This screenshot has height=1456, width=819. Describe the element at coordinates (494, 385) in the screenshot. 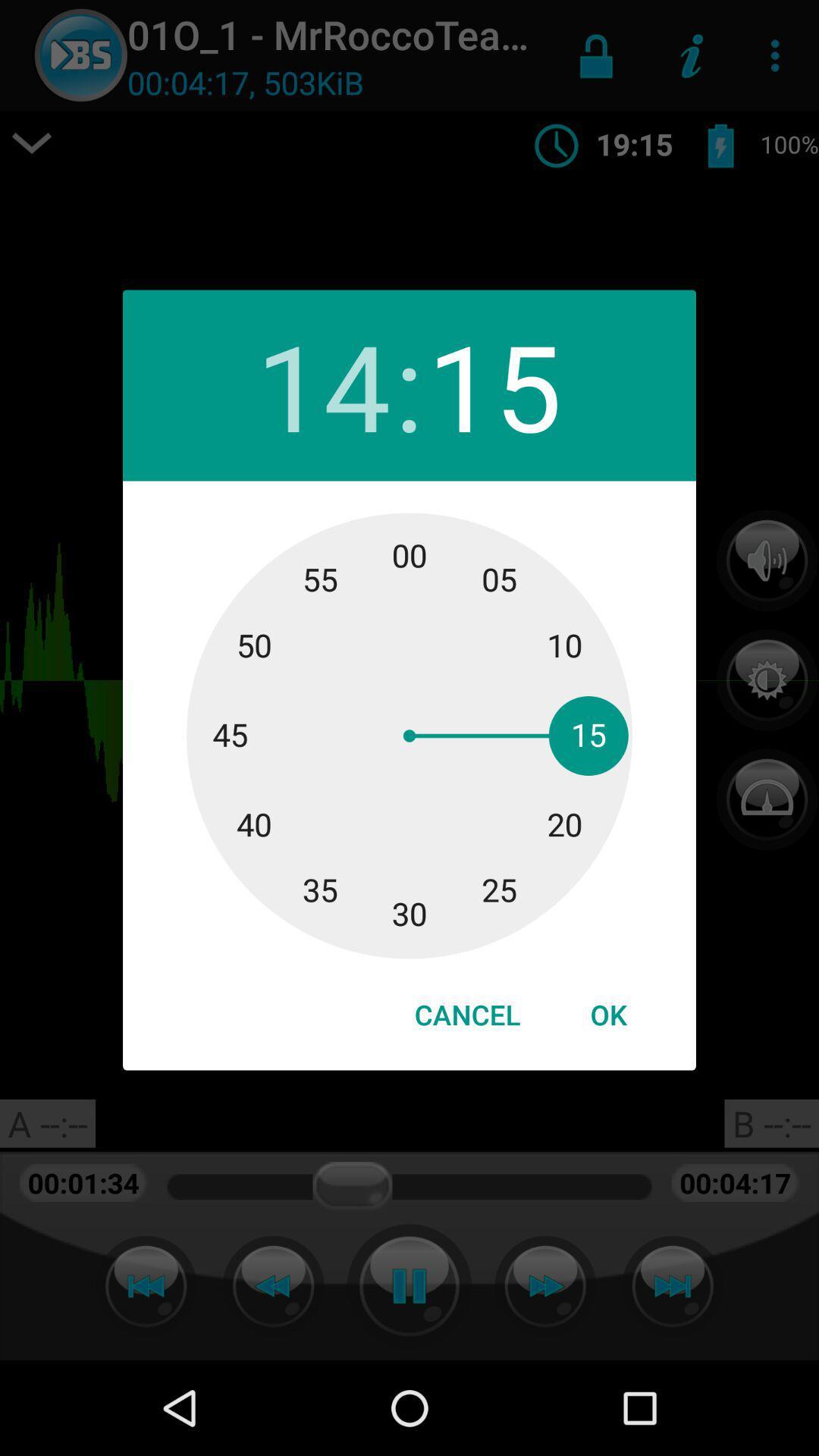

I see `item next to the :` at that location.